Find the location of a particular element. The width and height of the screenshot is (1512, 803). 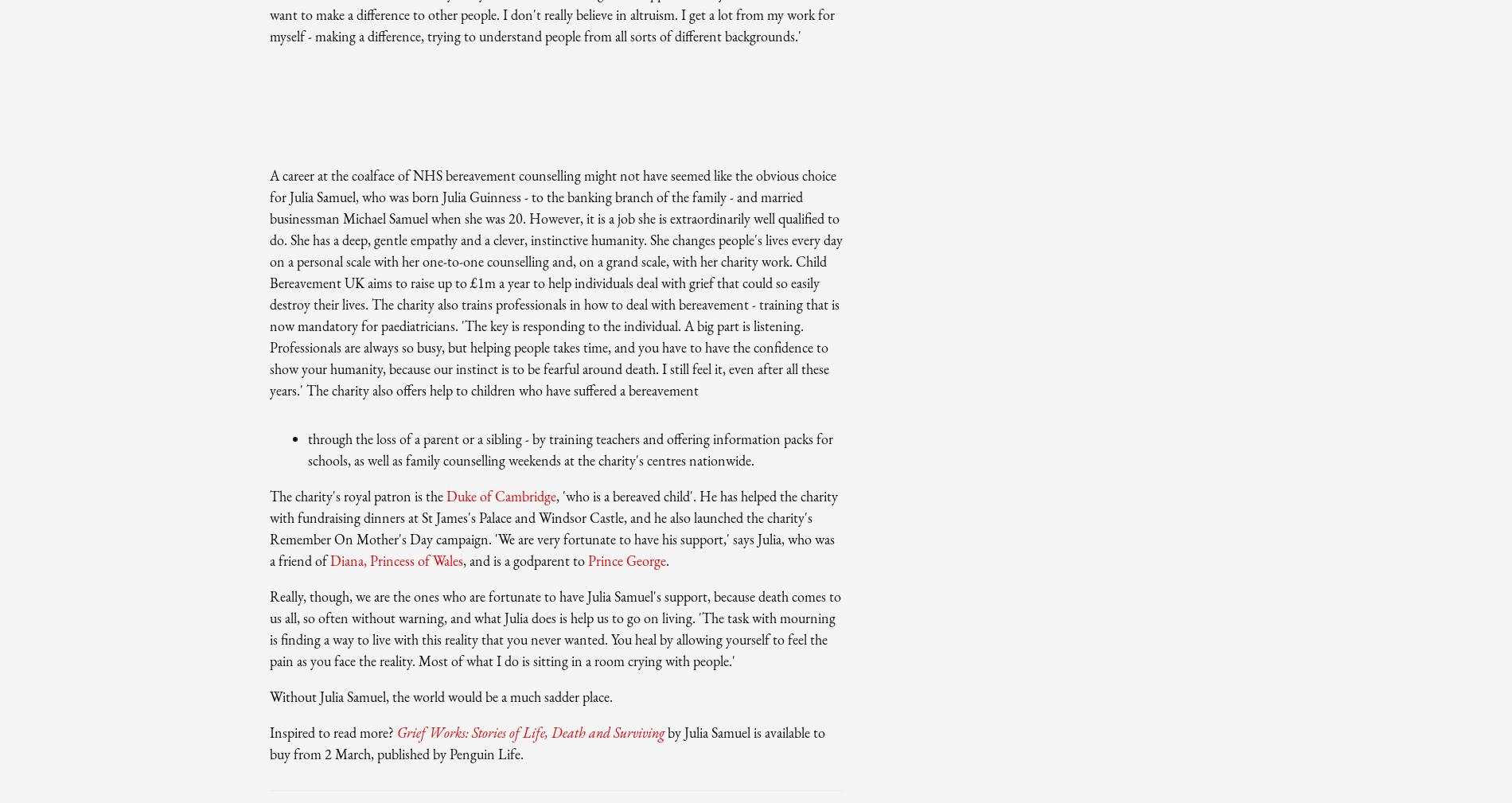

'Prince George' is located at coordinates (625, 559).